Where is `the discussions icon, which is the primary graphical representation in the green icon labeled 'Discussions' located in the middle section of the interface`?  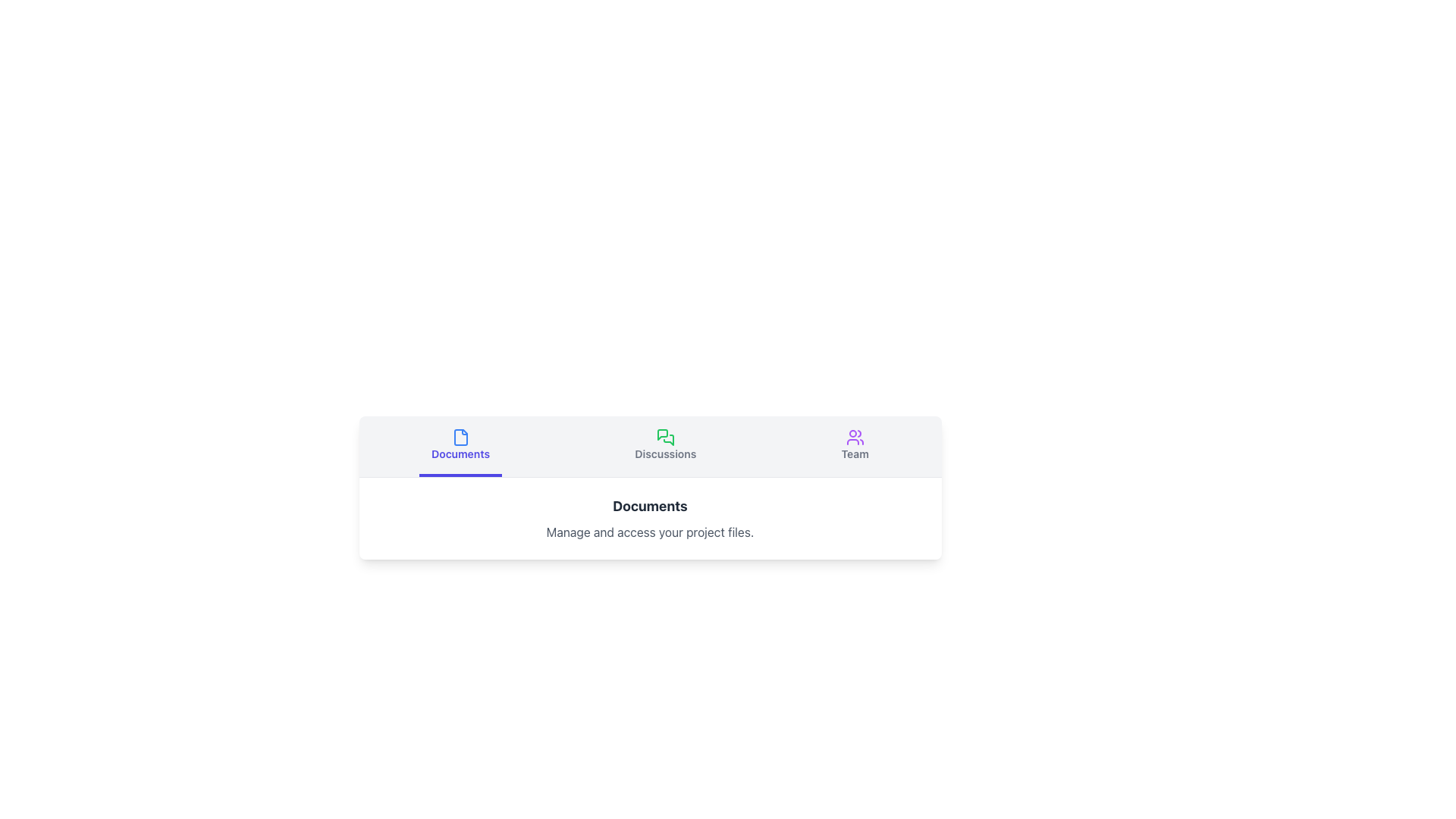
the discussions icon, which is the primary graphical representation in the green icon labeled 'Discussions' located in the middle section of the interface is located at coordinates (662, 435).